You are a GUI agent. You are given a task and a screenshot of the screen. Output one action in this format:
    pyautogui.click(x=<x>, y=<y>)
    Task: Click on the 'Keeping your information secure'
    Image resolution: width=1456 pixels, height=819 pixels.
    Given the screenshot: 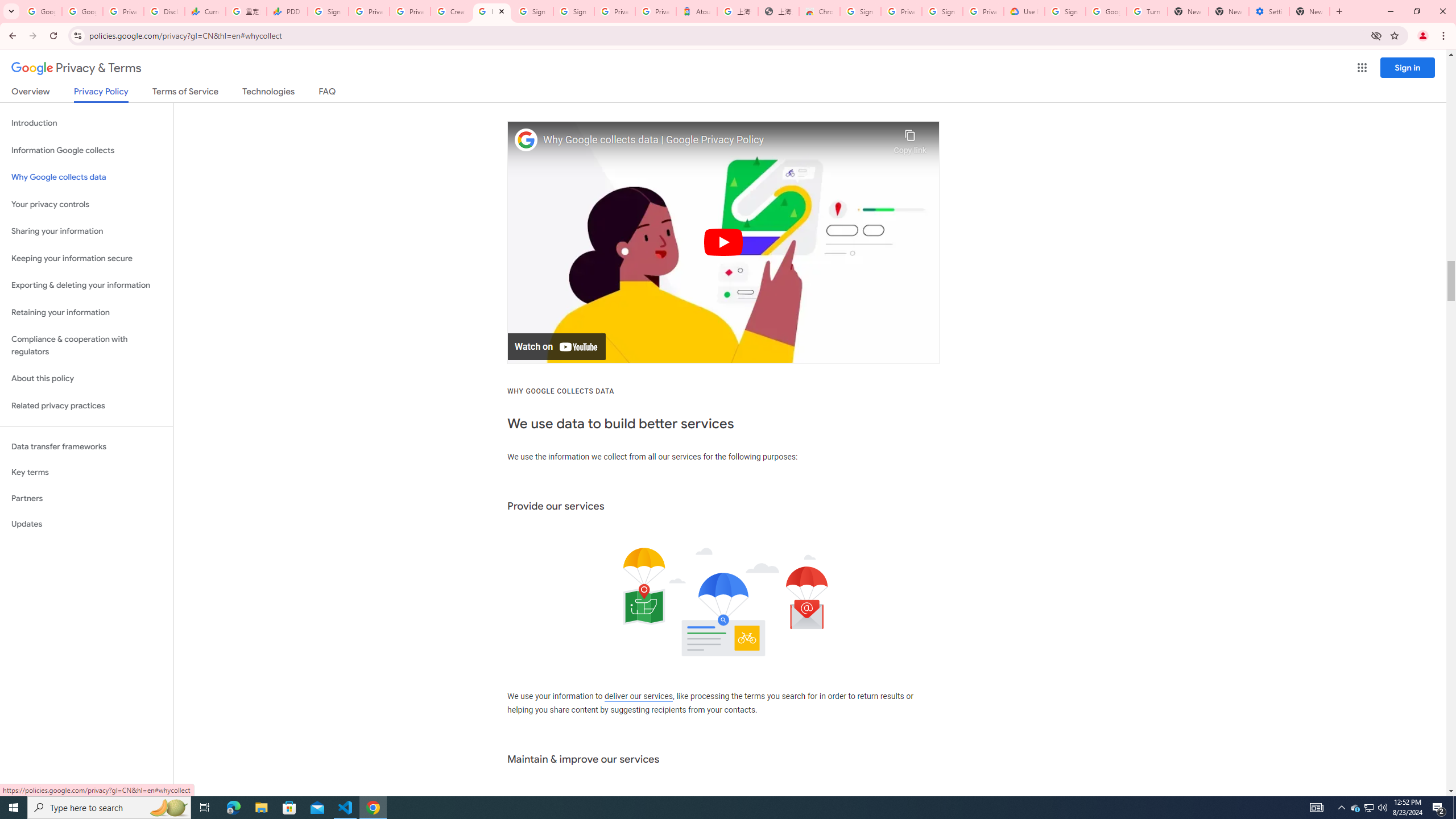 What is the action you would take?
    pyautogui.click(x=86, y=259)
    